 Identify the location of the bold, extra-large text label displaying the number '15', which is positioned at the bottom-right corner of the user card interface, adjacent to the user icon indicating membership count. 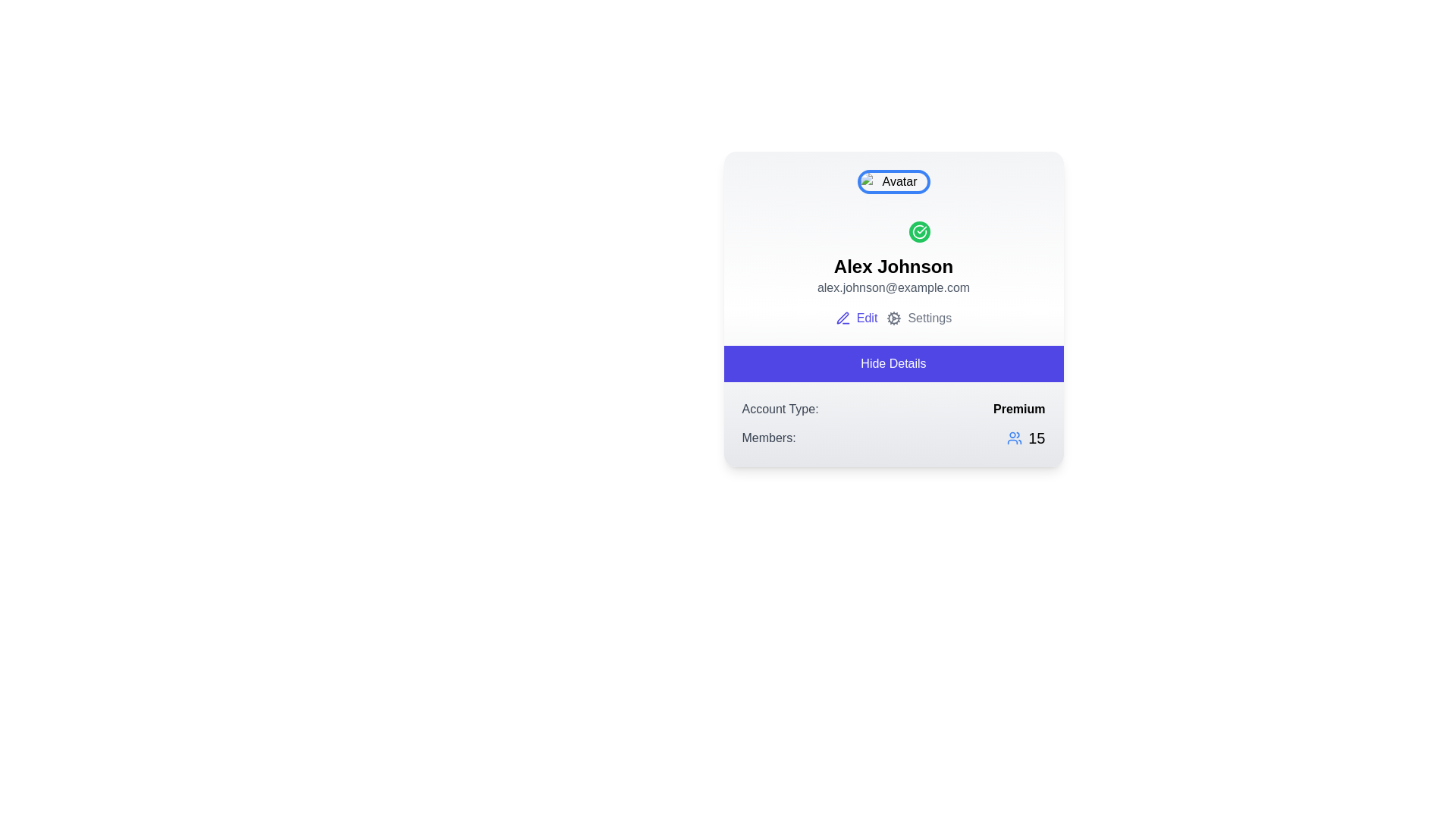
(1036, 438).